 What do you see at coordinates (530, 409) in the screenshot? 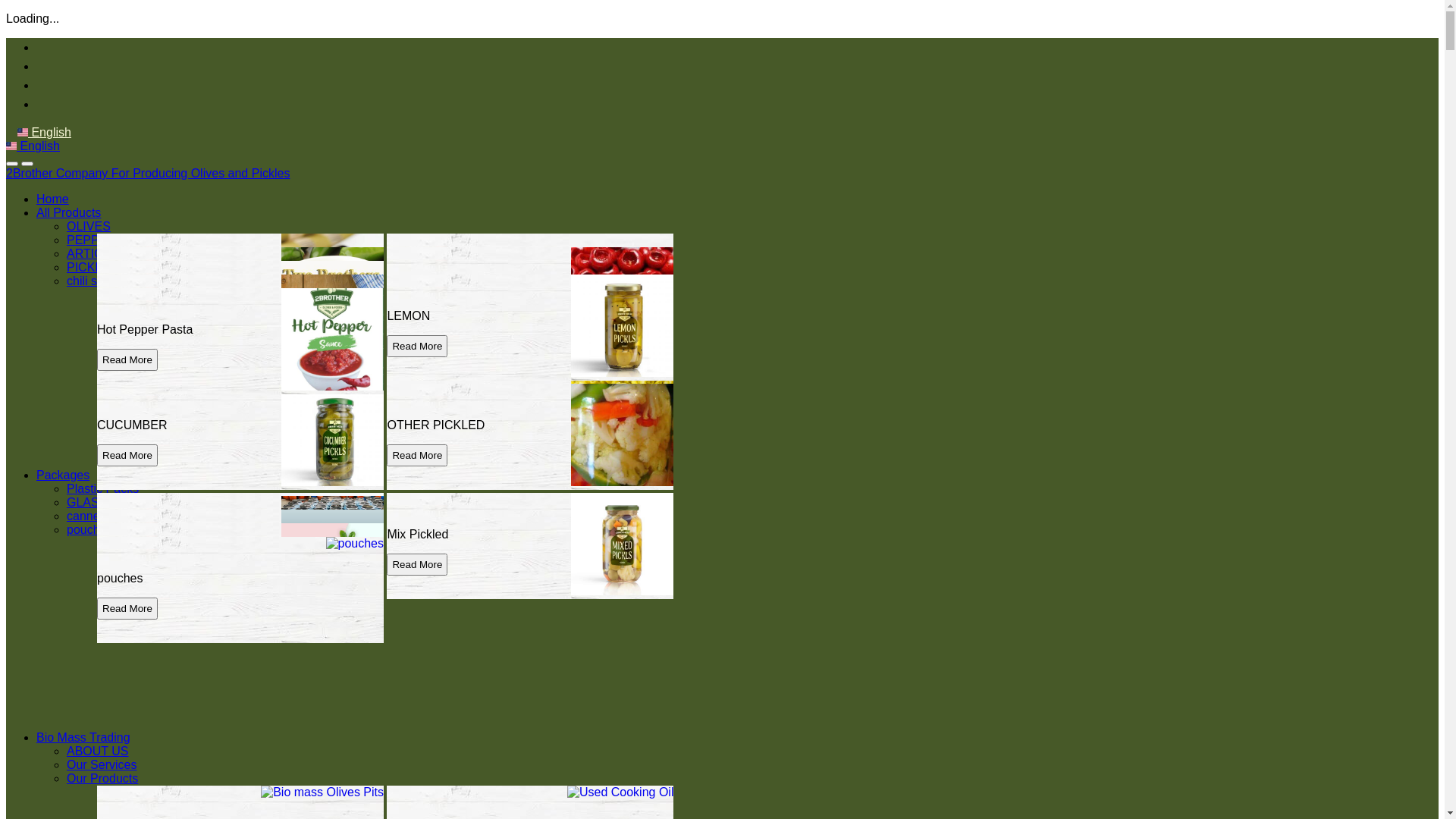
I see `'Lombardi Pepper` at bounding box center [530, 409].